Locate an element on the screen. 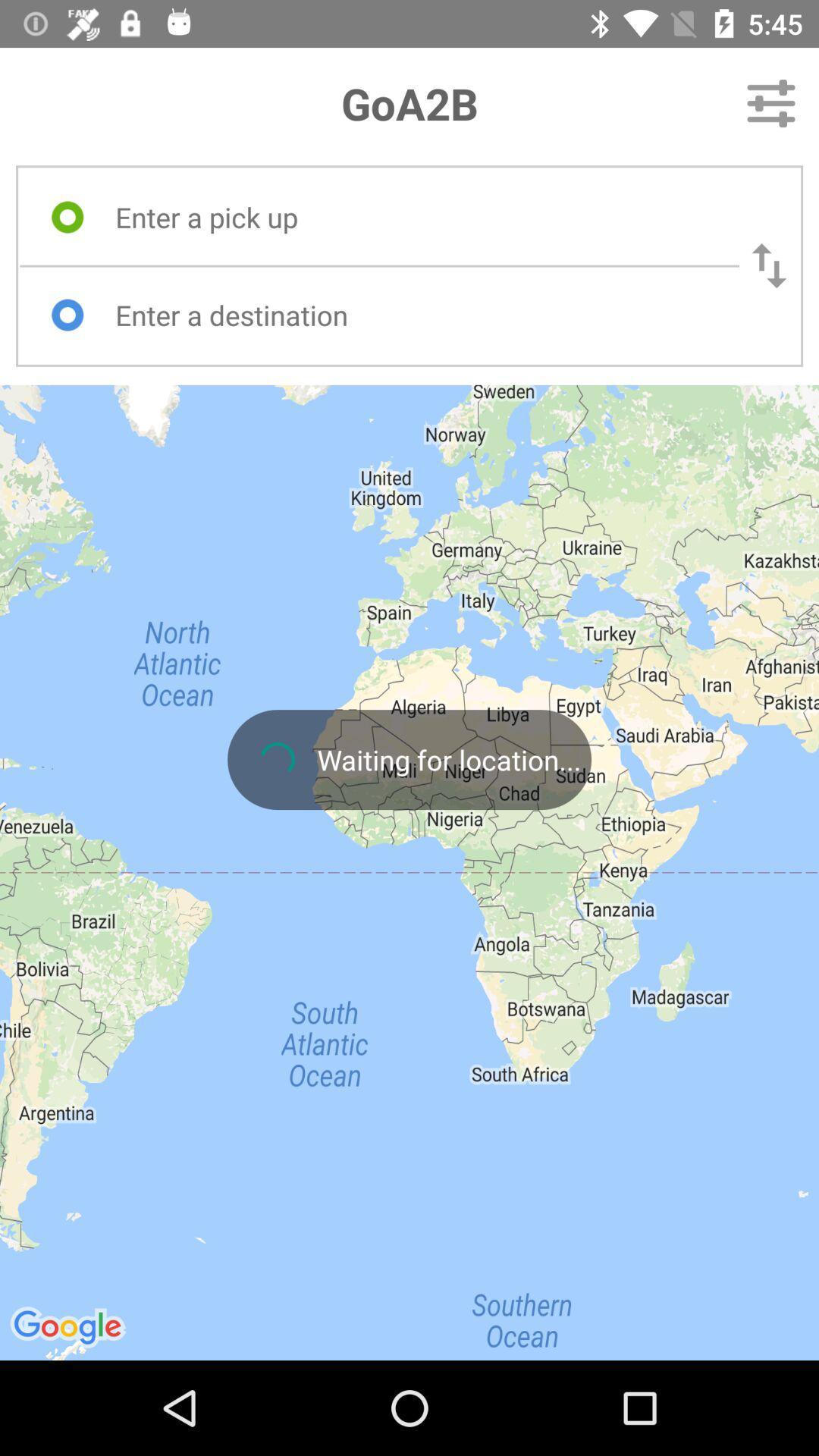 This screenshot has height=1456, width=819. reverse starting point and destination is located at coordinates (769, 265).